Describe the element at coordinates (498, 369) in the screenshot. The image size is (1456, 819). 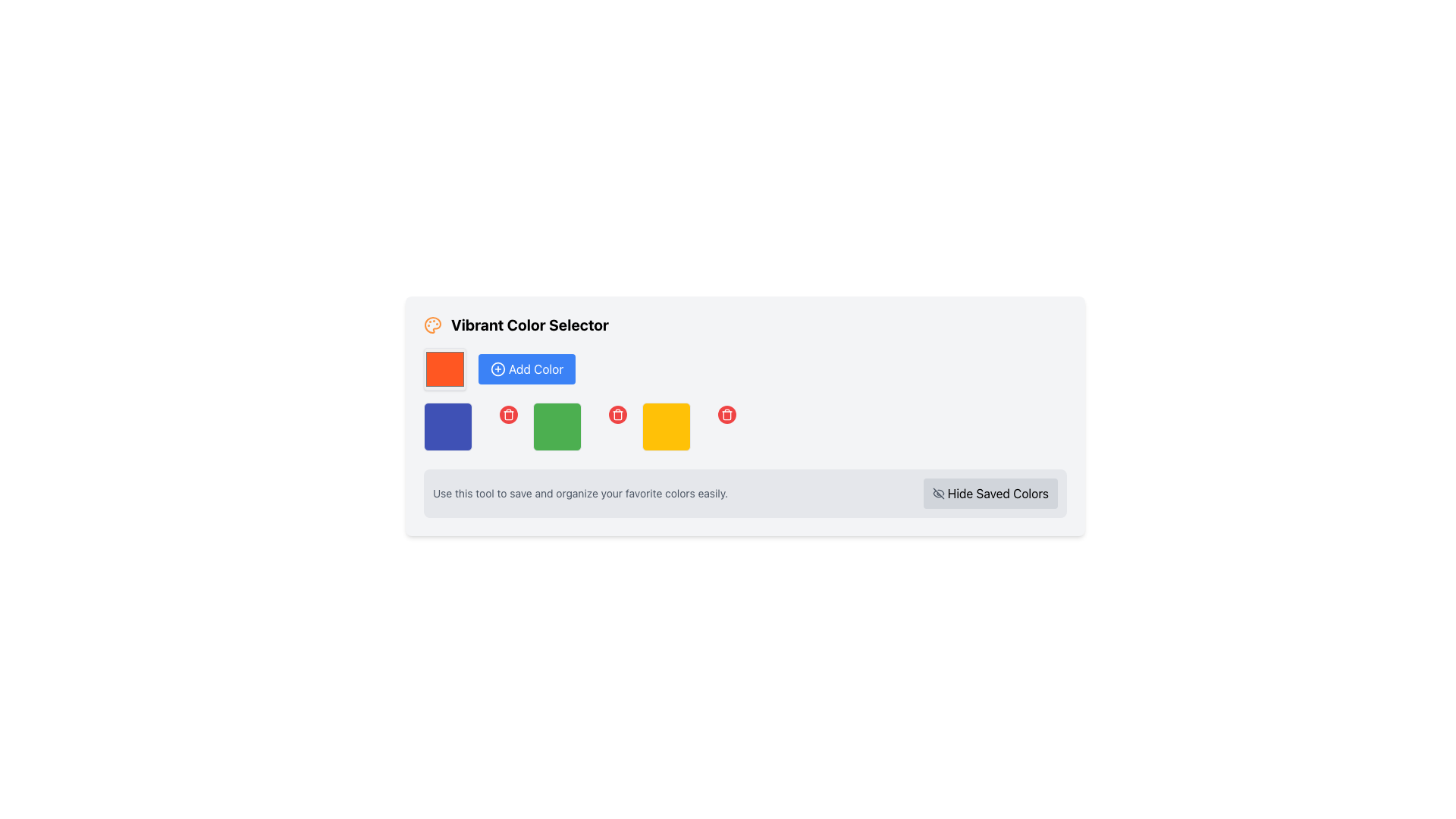
I see `SVG Circle element that visually represents the plus icon within the Add Color button` at that location.